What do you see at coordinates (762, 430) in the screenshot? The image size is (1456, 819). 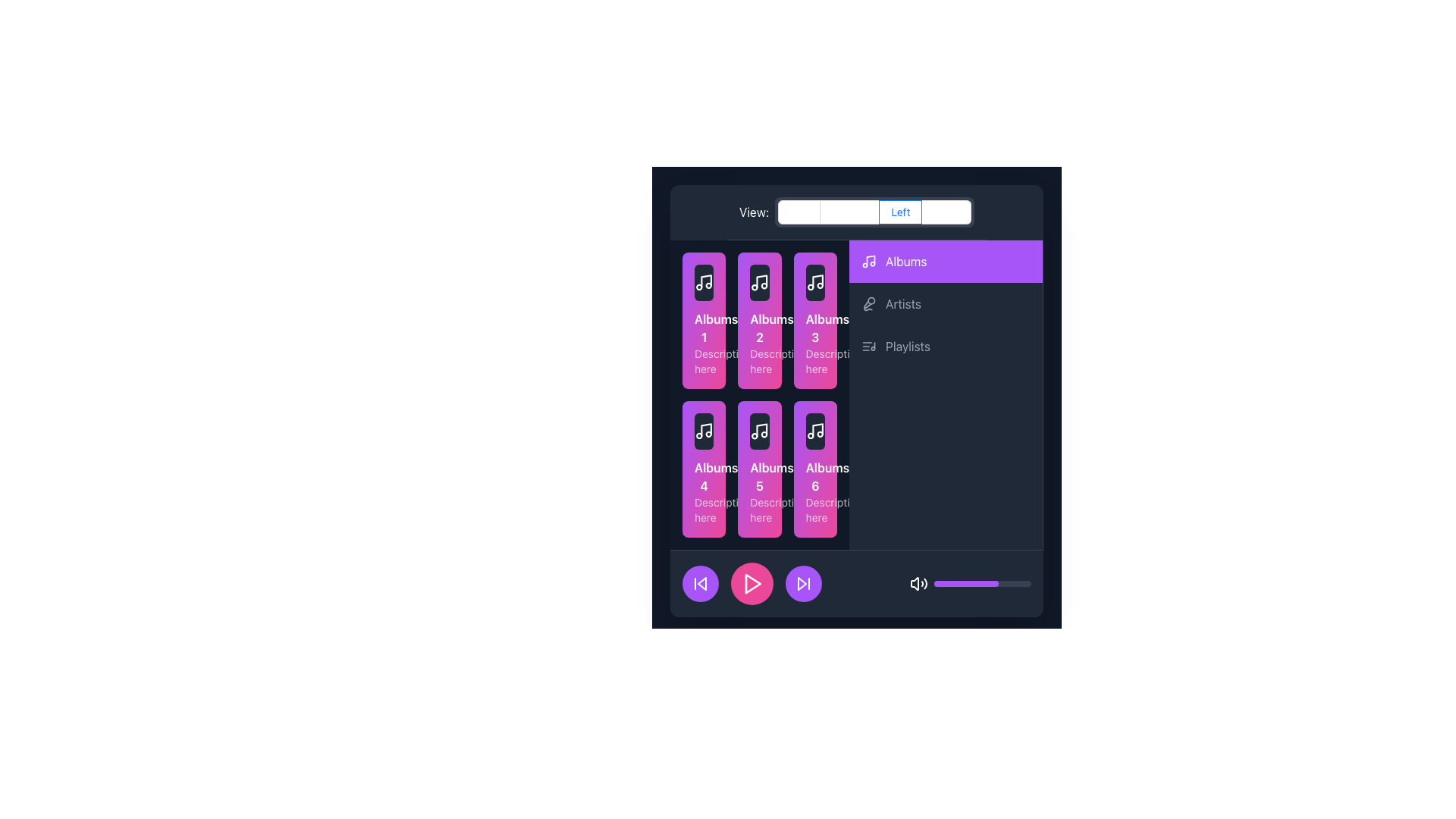 I see `the vertical part of the music note icon located within the fifth album card on the second row of the album grid in the left section of the application` at bounding box center [762, 430].